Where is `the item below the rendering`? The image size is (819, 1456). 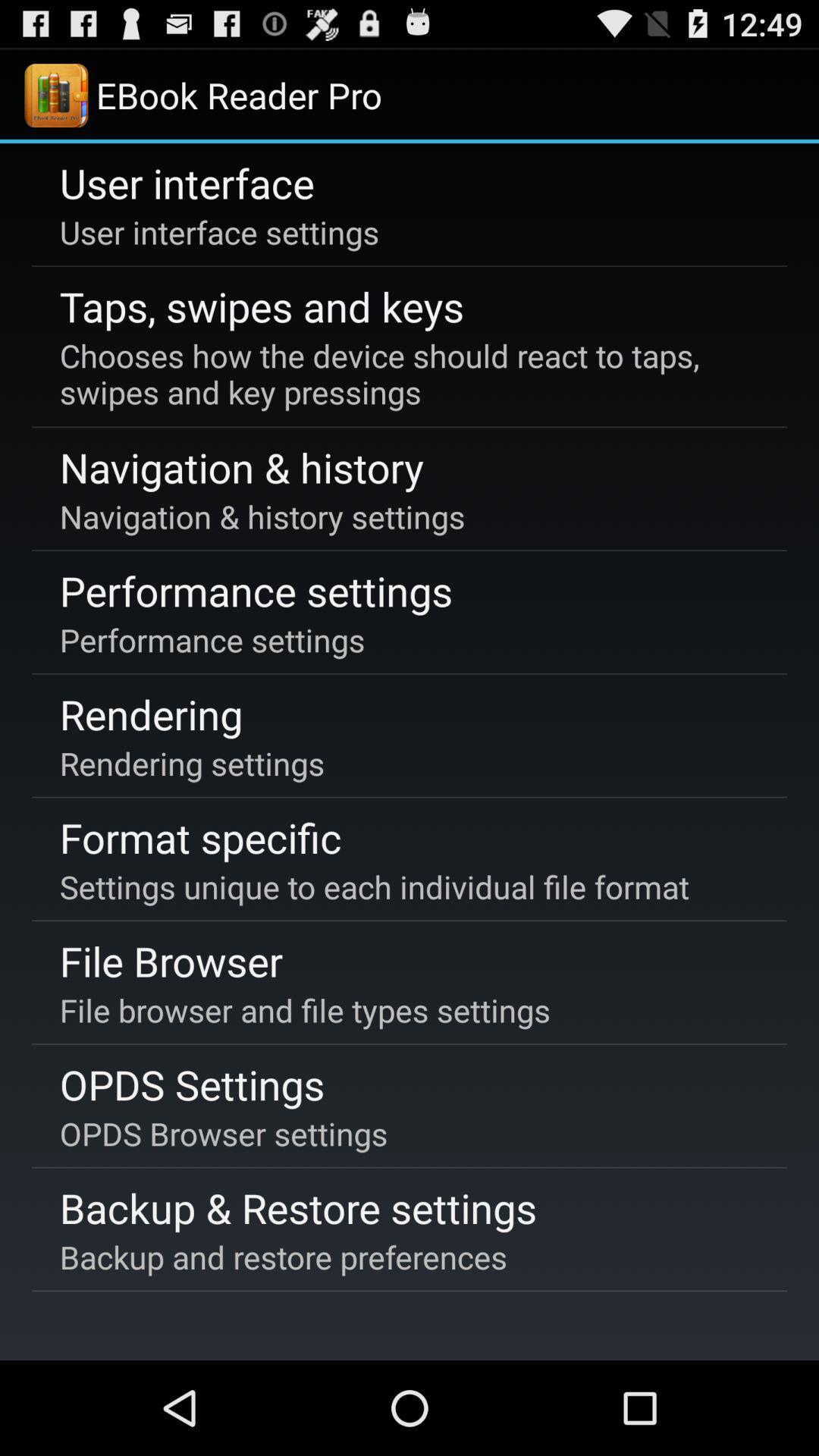 the item below the rendering is located at coordinates (191, 763).